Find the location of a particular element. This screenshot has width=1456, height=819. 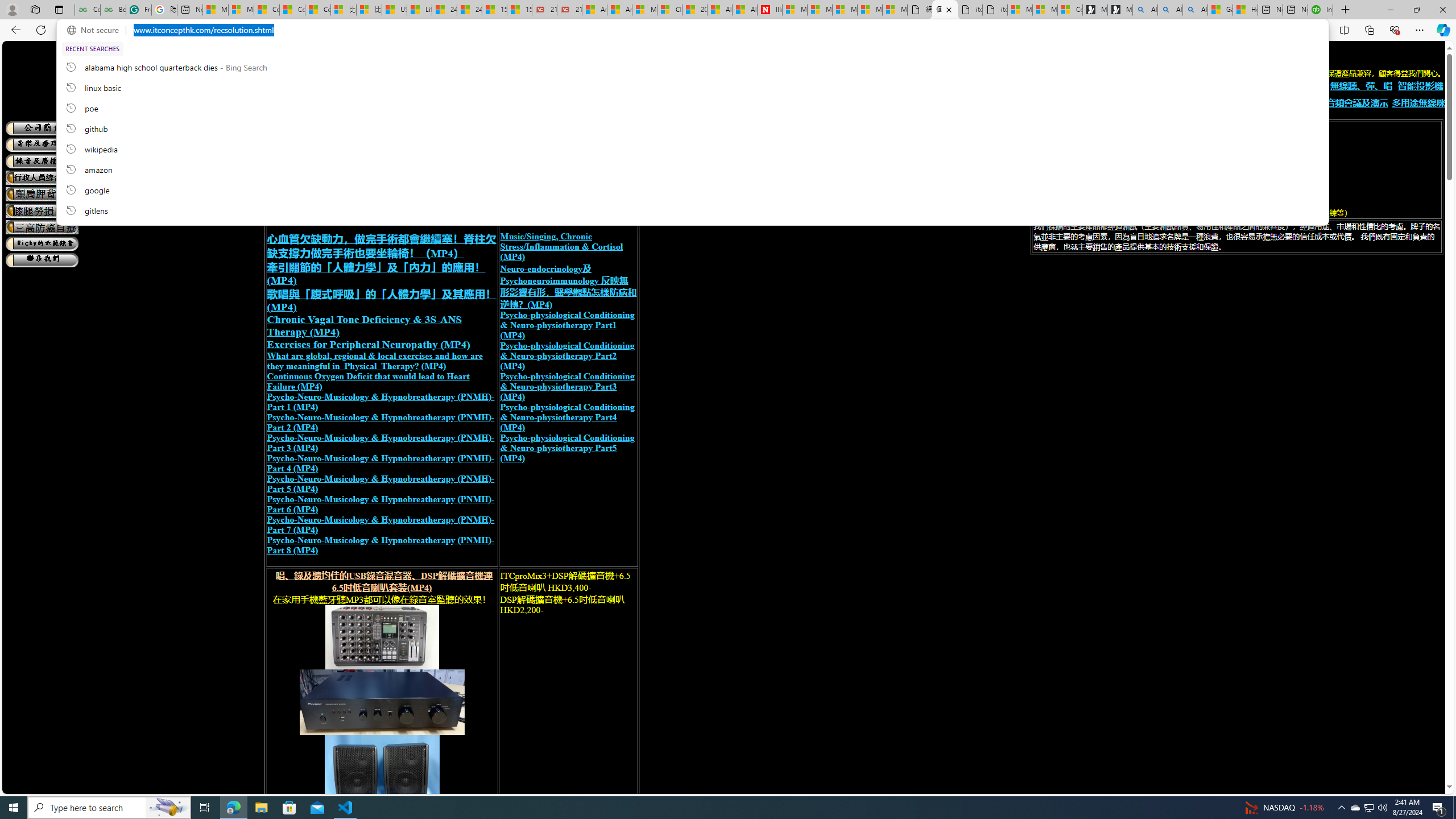

'Music/Singing, Chronic Stress/Inflammation & Cortisol (MP4)' is located at coordinates (561, 246).